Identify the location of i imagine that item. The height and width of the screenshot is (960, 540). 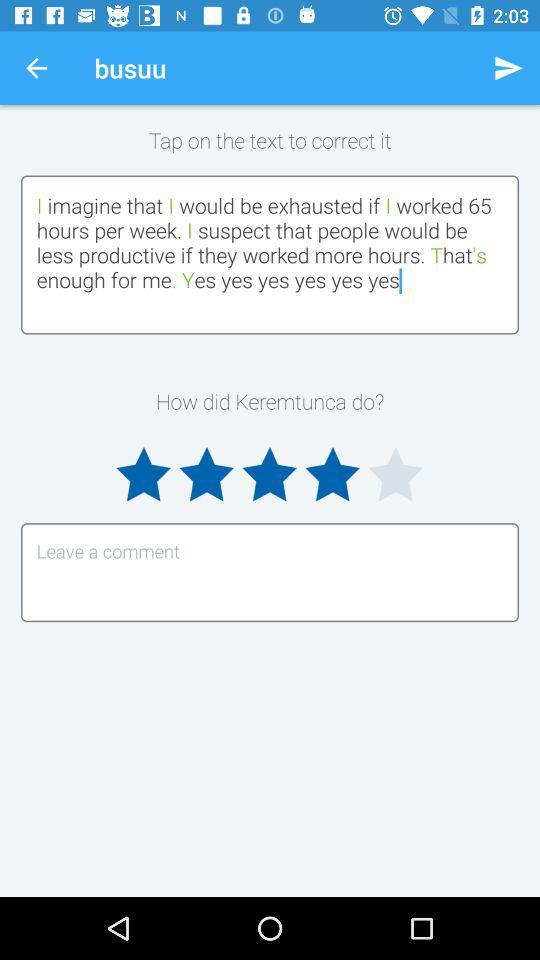
(270, 253).